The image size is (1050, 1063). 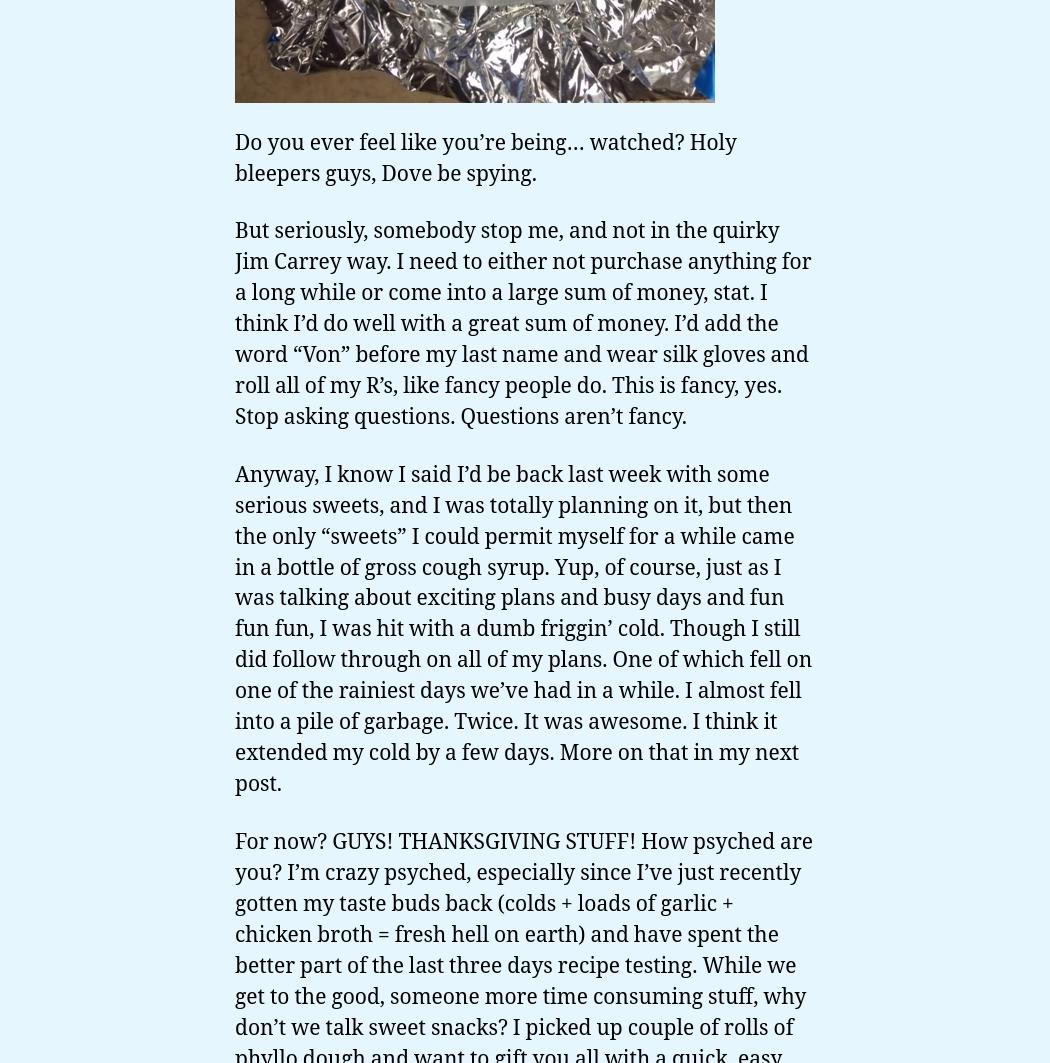 I want to click on 'Chocolate Cheer', so click(x=112, y=949).